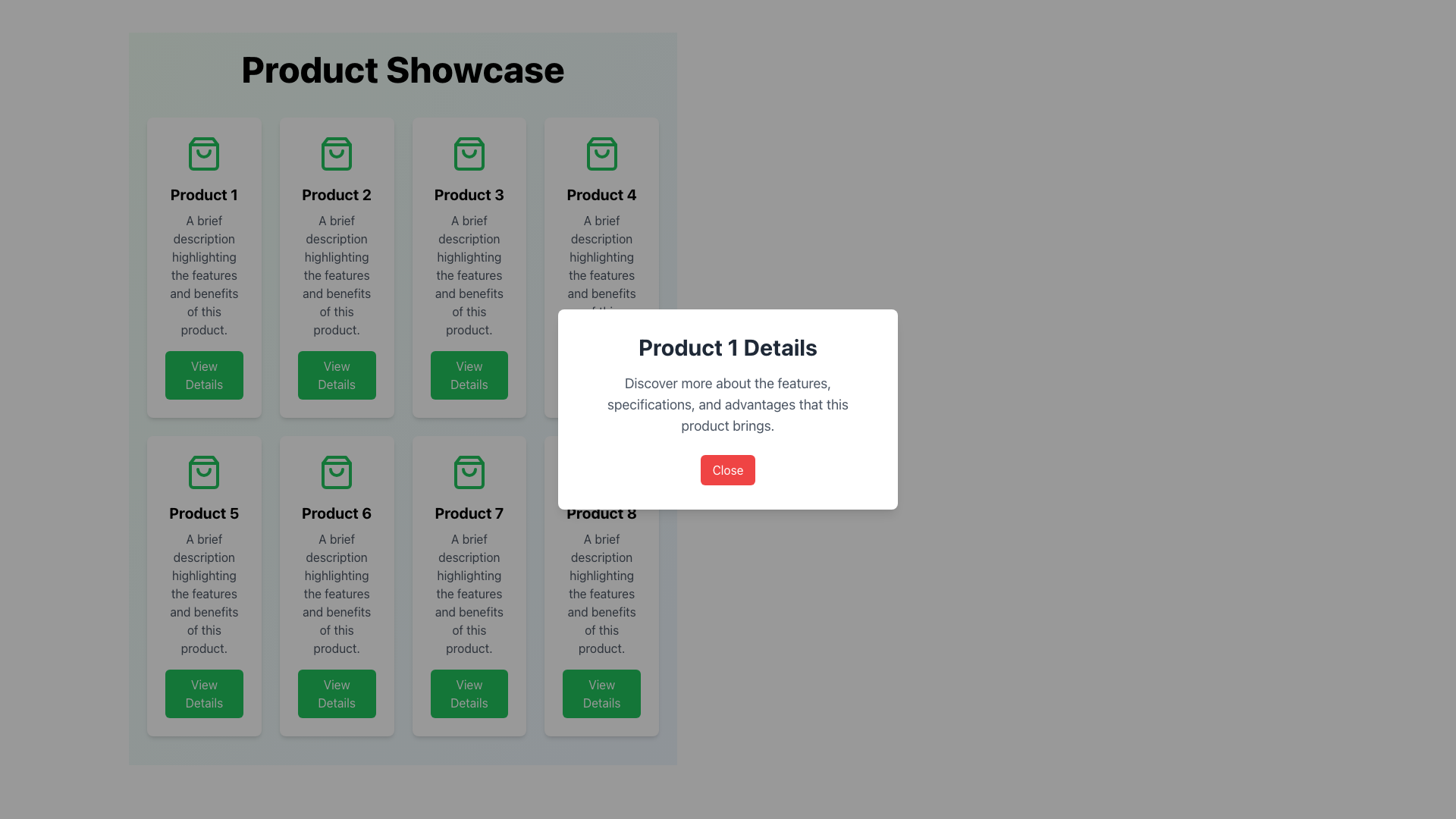 This screenshot has width=1456, height=819. What do you see at coordinates (601, 267) in the screenshot?
I see `product title 'Product 4' and the description below it from the Product card with a white background, green shopping bag icon, and a green 'View Details' button, located in the rightmost column of the top row of the grid layout` at bounding box center [601, 267].